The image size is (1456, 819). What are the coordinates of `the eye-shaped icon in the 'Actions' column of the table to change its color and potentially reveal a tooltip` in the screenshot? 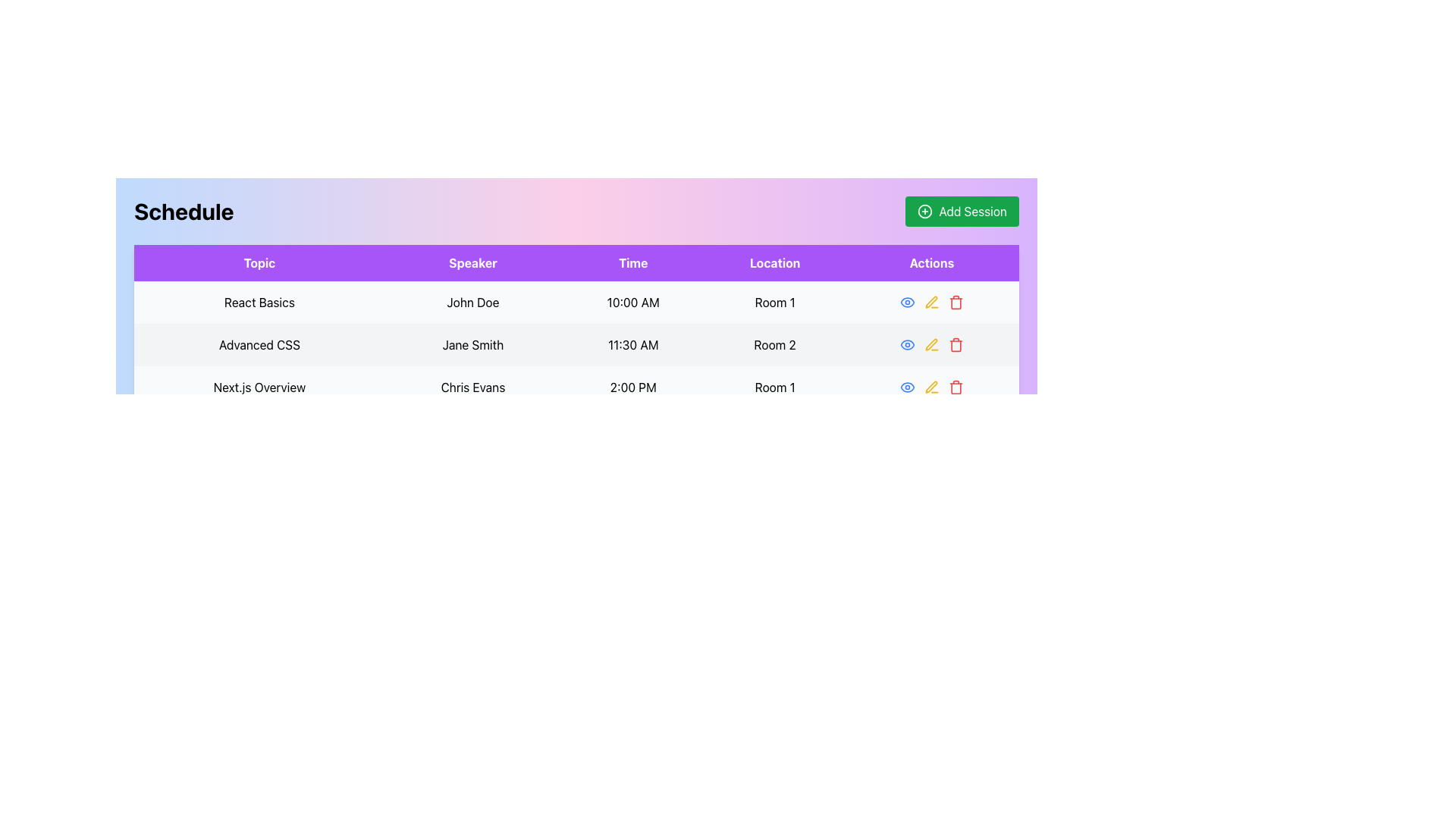 It's located at (907, 345).